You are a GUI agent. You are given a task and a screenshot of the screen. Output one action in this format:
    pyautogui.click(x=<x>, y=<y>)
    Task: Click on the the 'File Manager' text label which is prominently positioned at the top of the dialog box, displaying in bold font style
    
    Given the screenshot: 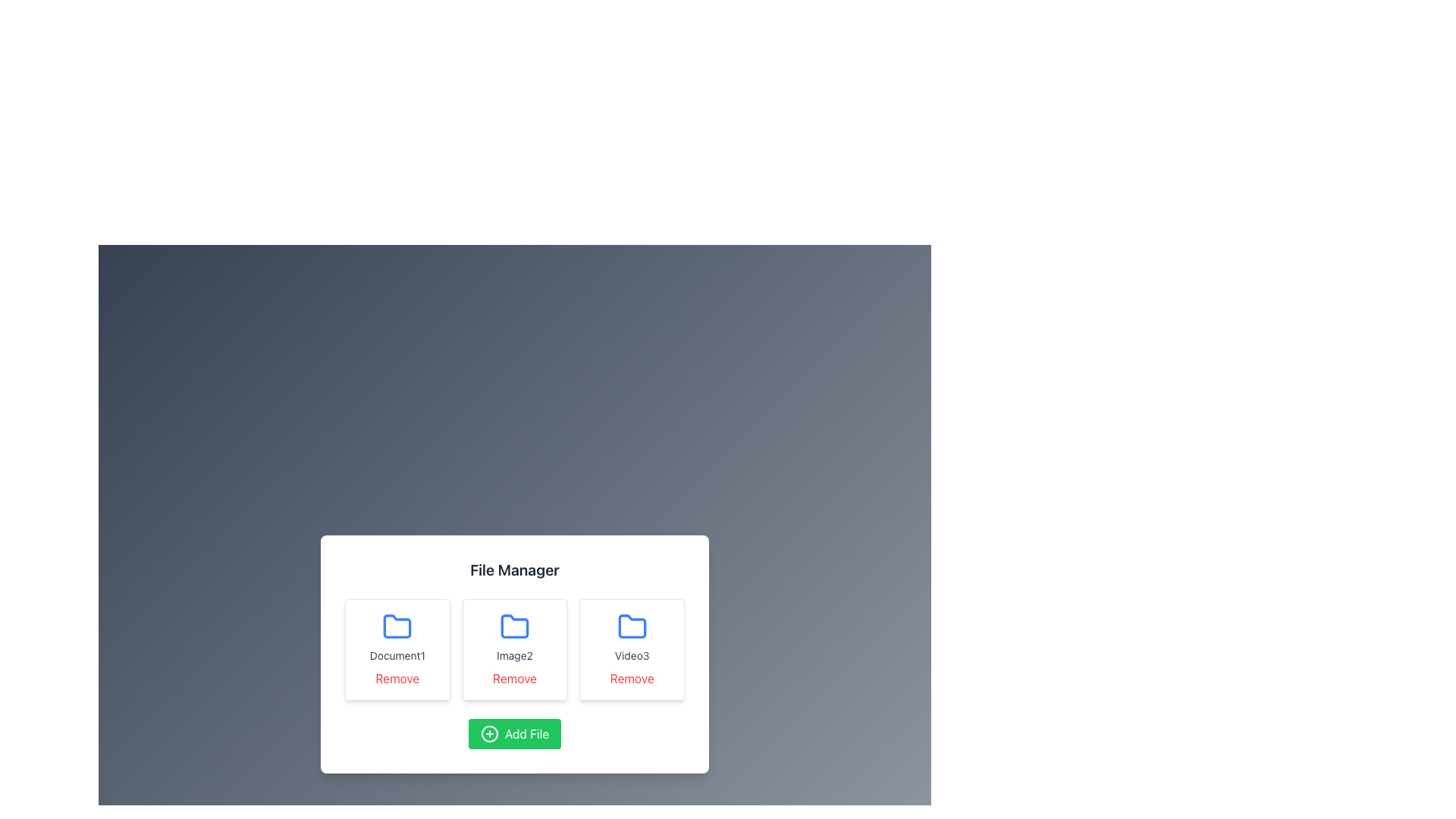 What is the action you would take?
    pyautogui.click(x=514, y=570)
    